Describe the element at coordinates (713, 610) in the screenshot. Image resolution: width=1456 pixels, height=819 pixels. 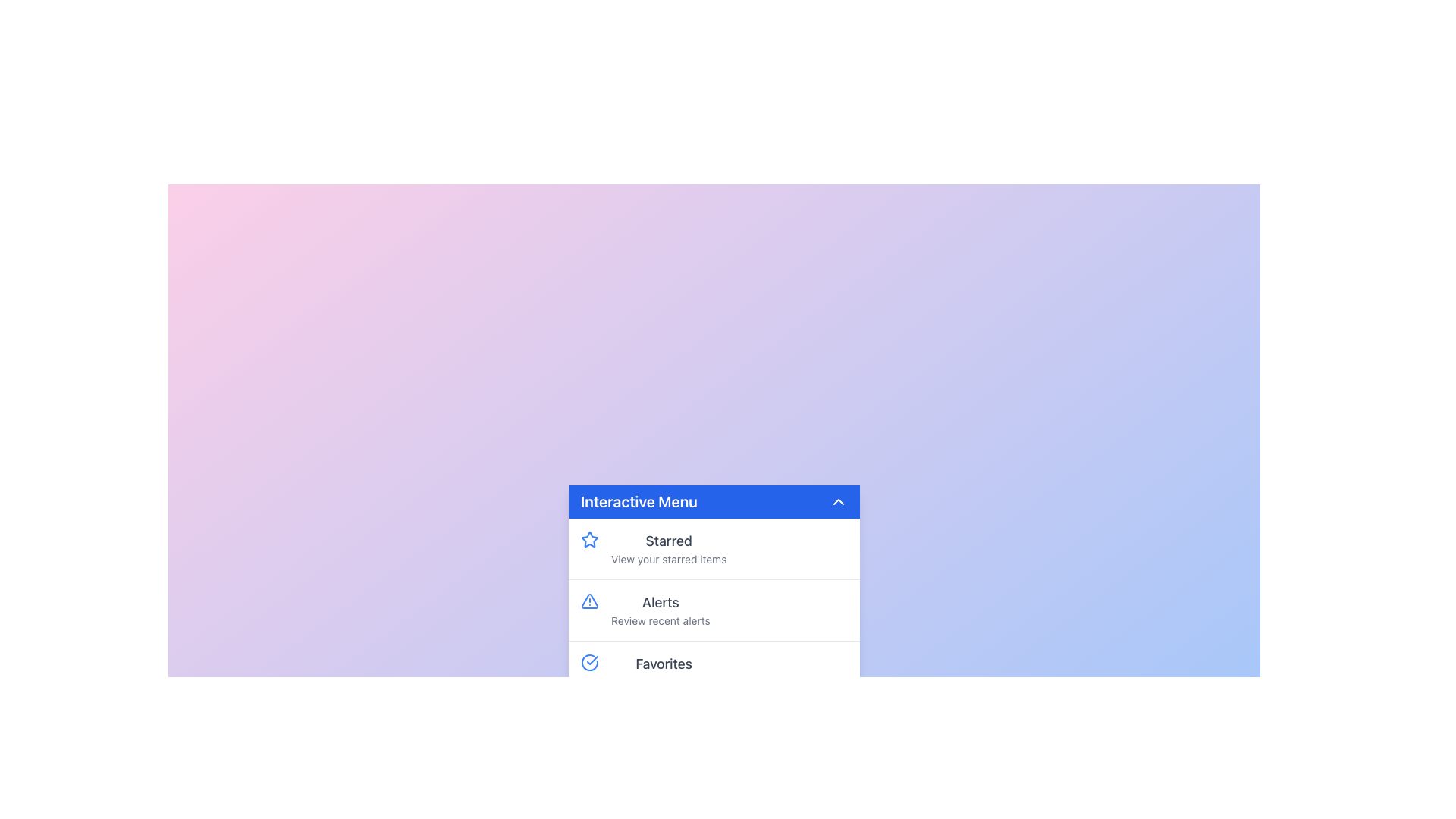
I see `the 'Alerts' menu item in the Interactive Menu` at that location.